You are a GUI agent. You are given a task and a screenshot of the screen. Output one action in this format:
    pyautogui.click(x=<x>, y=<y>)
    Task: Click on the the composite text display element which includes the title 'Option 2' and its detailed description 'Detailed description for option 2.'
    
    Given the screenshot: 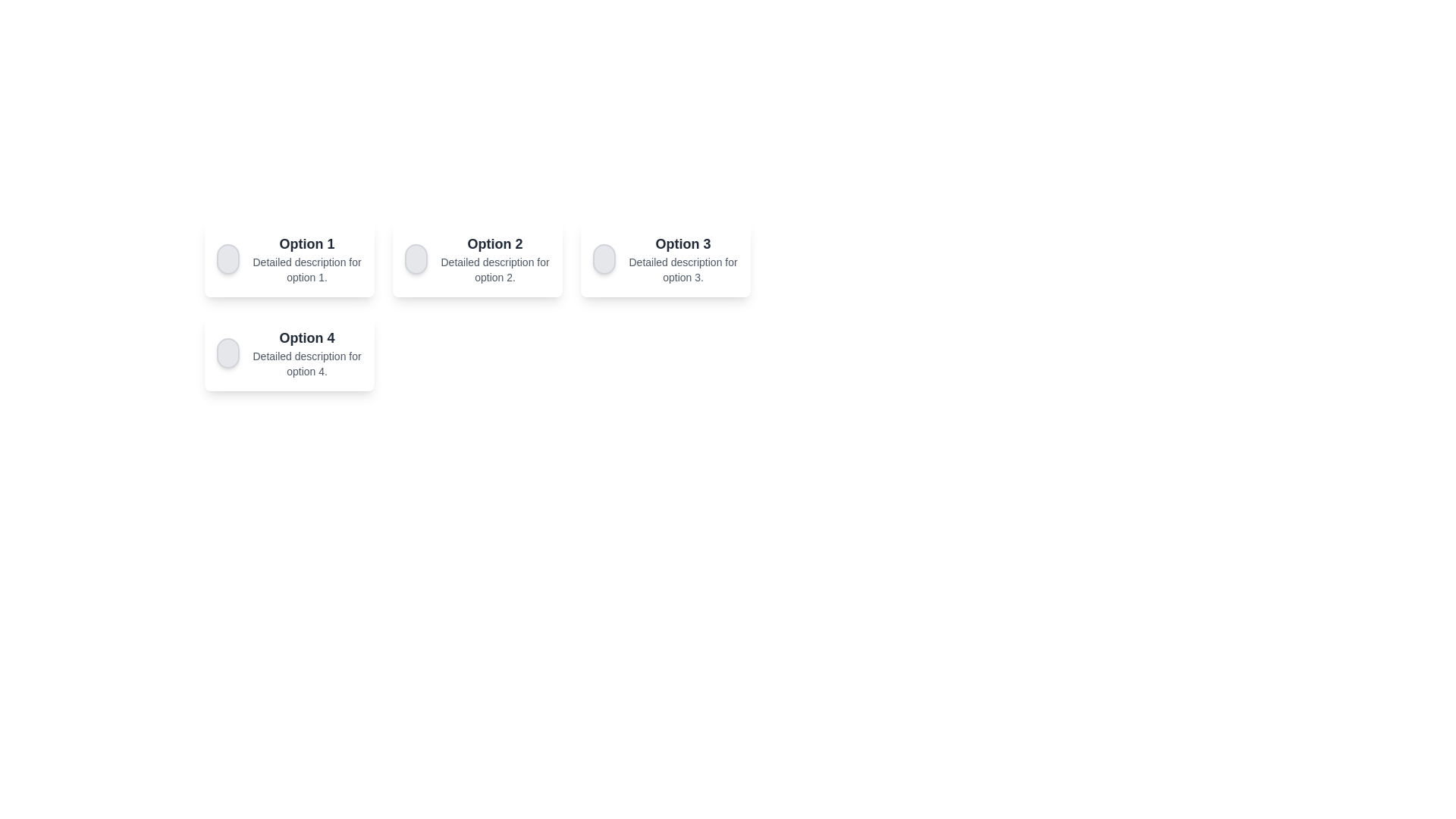 What is the action you would take?
    pyautogui.click(x=494, y=259)
    